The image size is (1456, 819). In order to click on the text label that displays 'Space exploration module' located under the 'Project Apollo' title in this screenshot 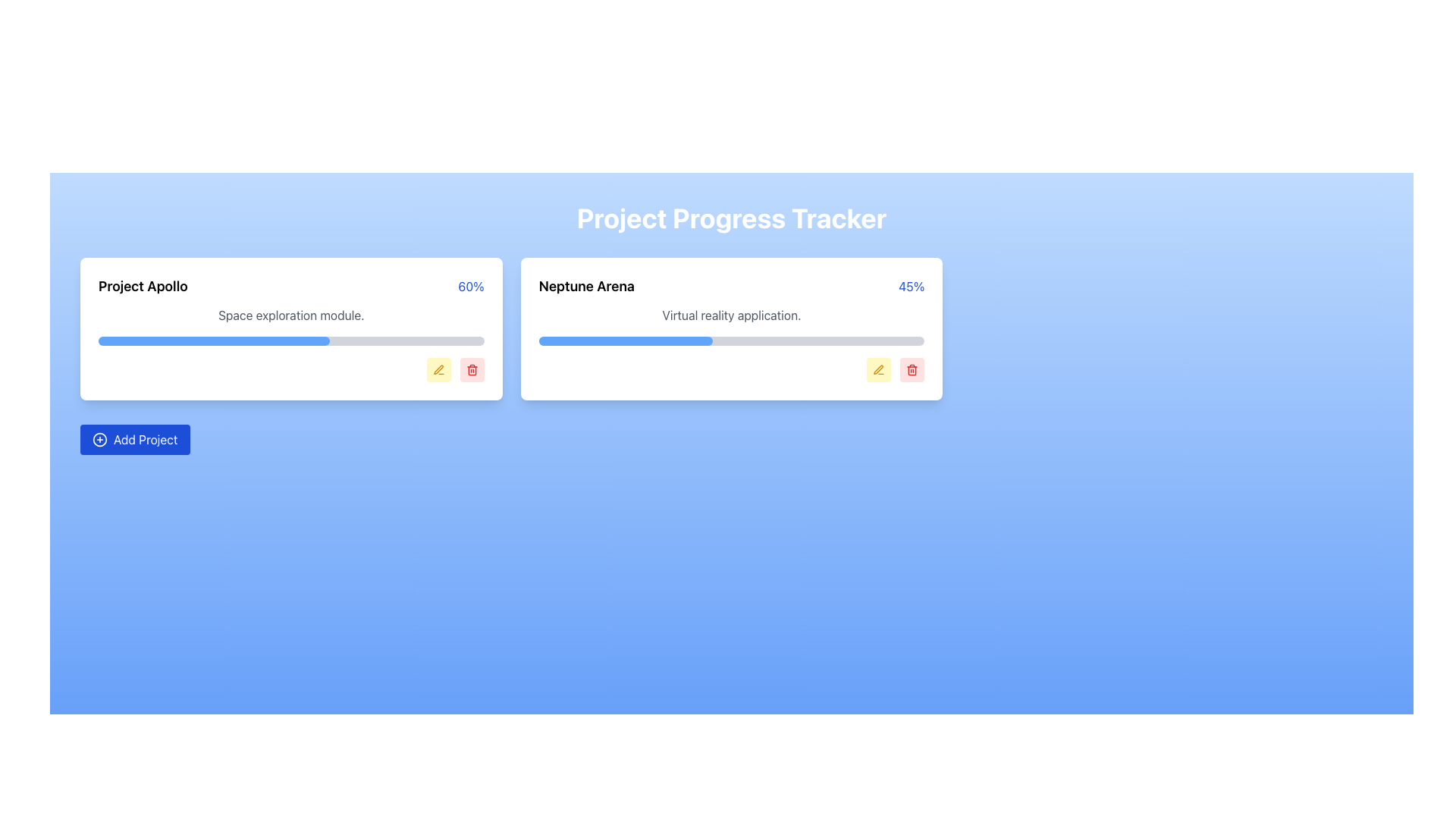, I will do `click(291, 315)`.